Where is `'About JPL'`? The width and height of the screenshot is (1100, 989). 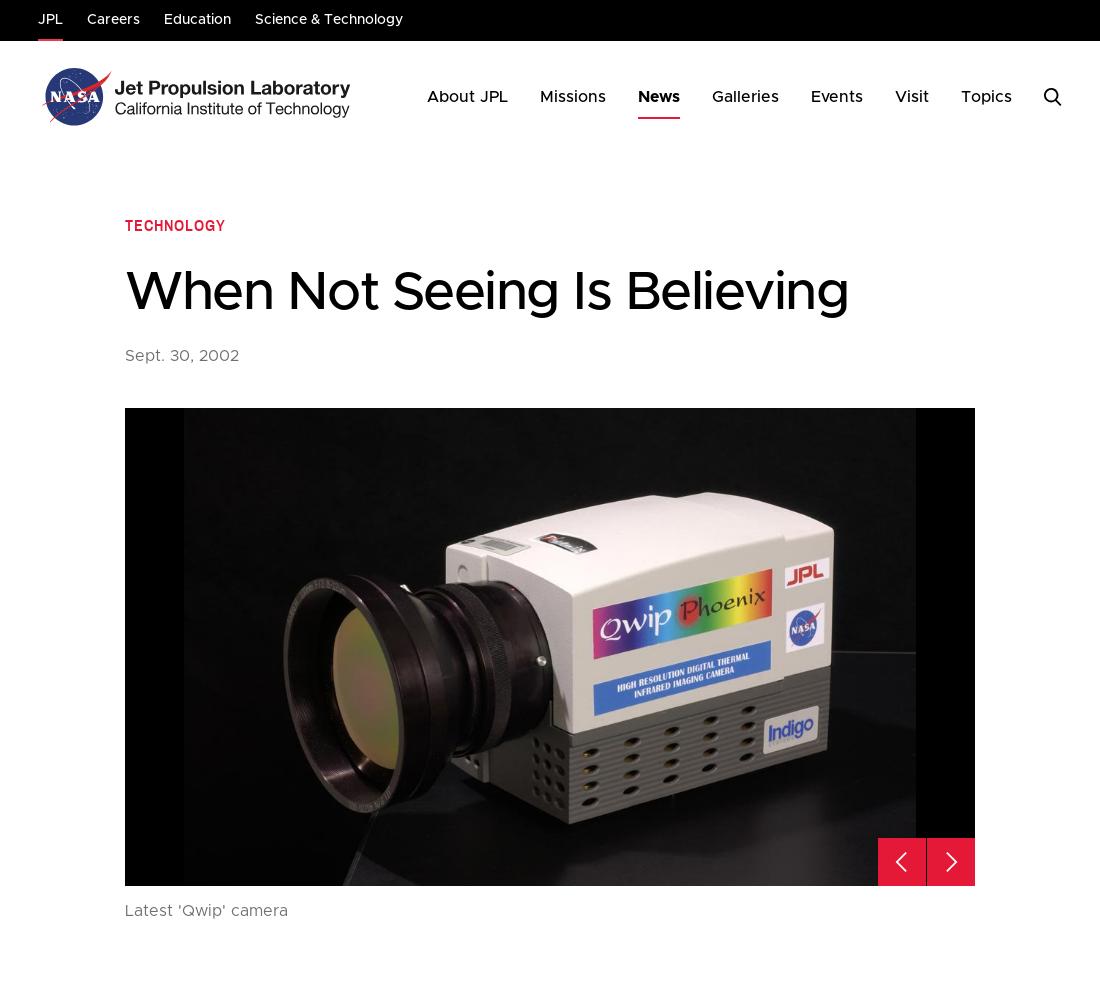
'About JPL' is located at coordinates (466, 97).